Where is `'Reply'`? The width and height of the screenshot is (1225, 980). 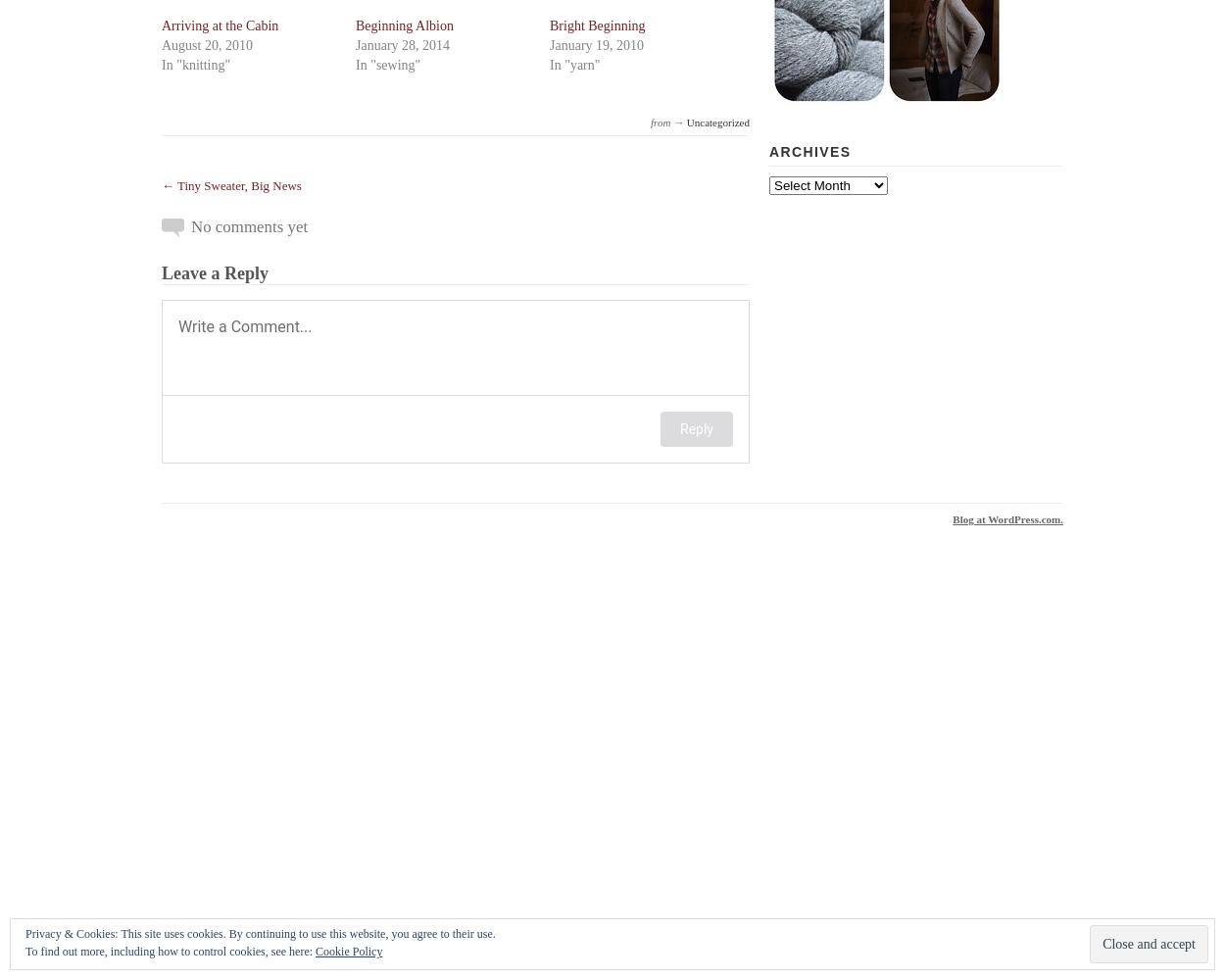
'Reply' is located at coordinates (696, 429).